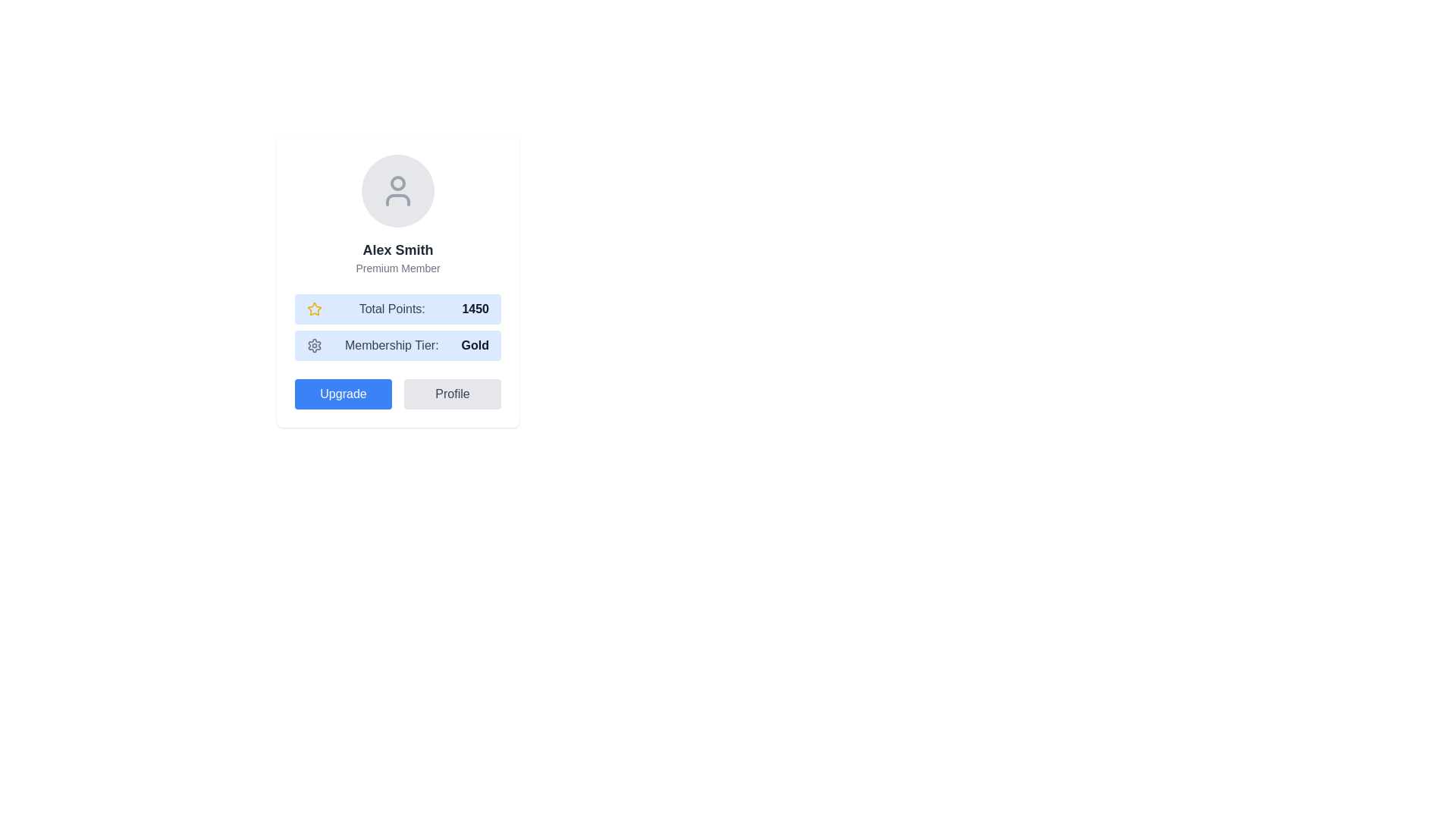 The width and height of the screenshot is (1456, 819). What do you see at coordinates (397, 309) in the screenshot?
I see `the Display section (informational) that has a light blue background, rounded corners, contains a yellow star icon, and displays 'Total Points: 1450'` at bounding box center [397, 309].